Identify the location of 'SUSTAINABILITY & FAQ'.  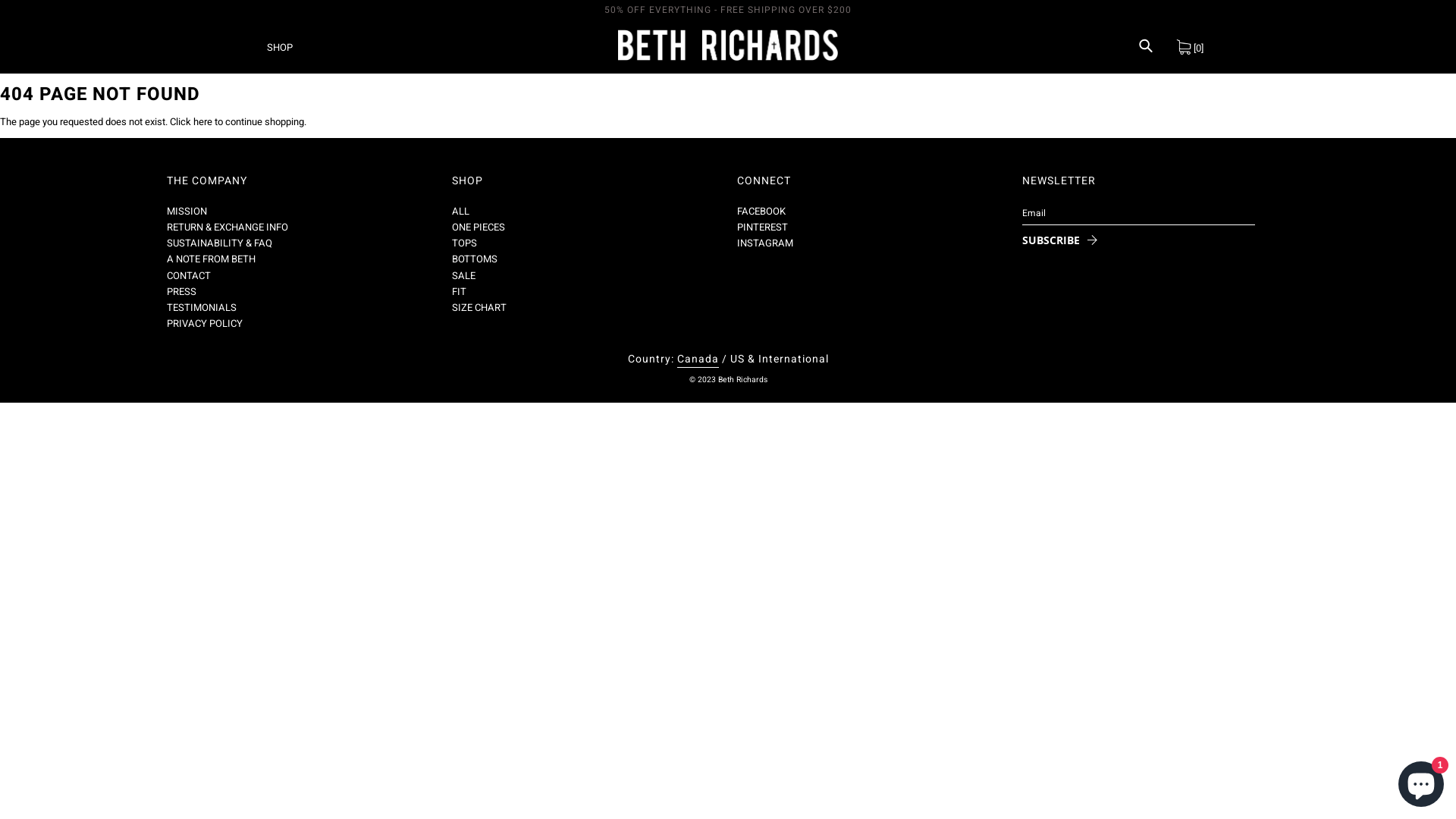
(218, 242).